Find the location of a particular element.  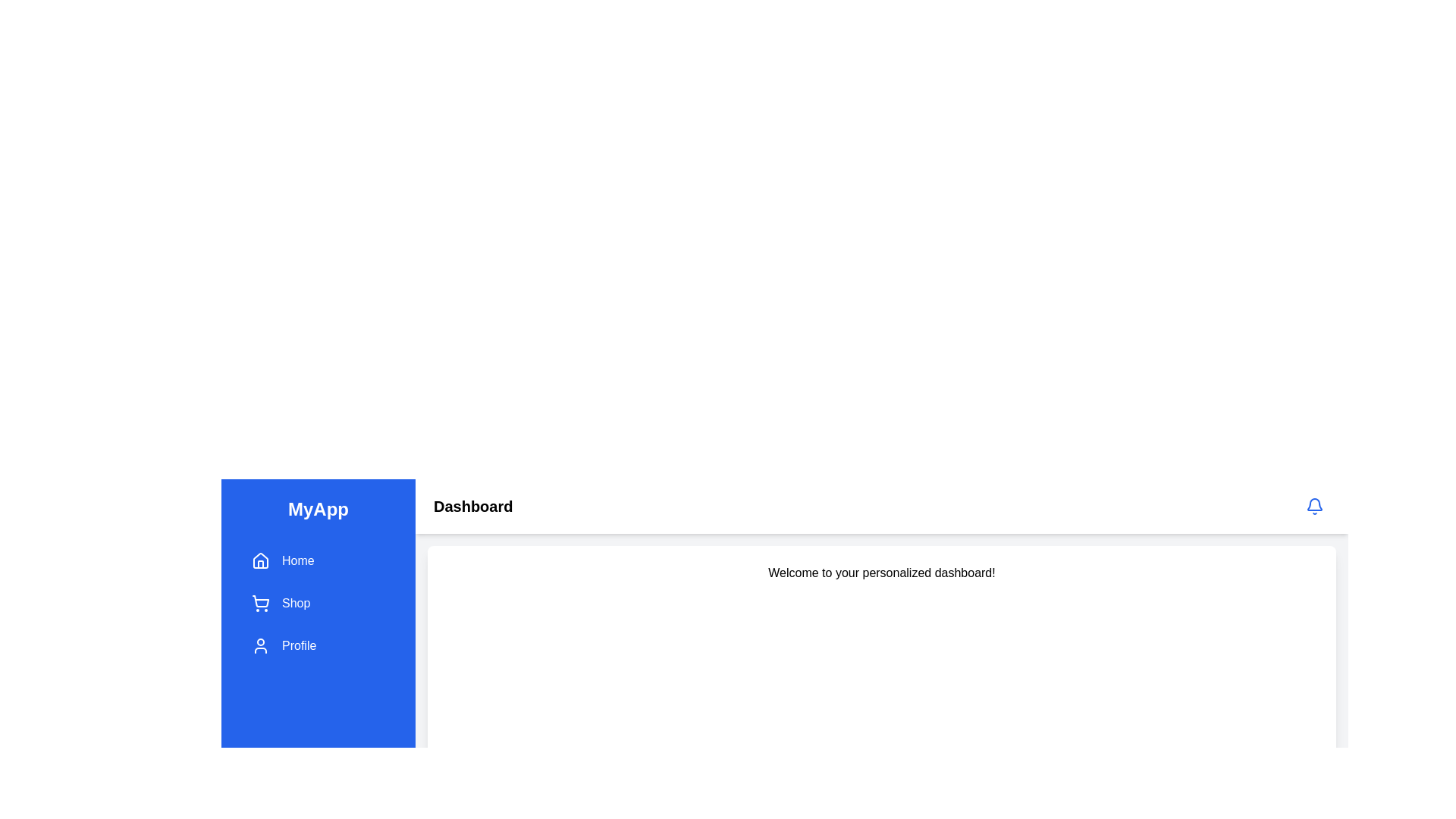

the bold text label that reads 'Dashboard', located in the white bar section at the top left of the interface is located at coordinates (472, 506).